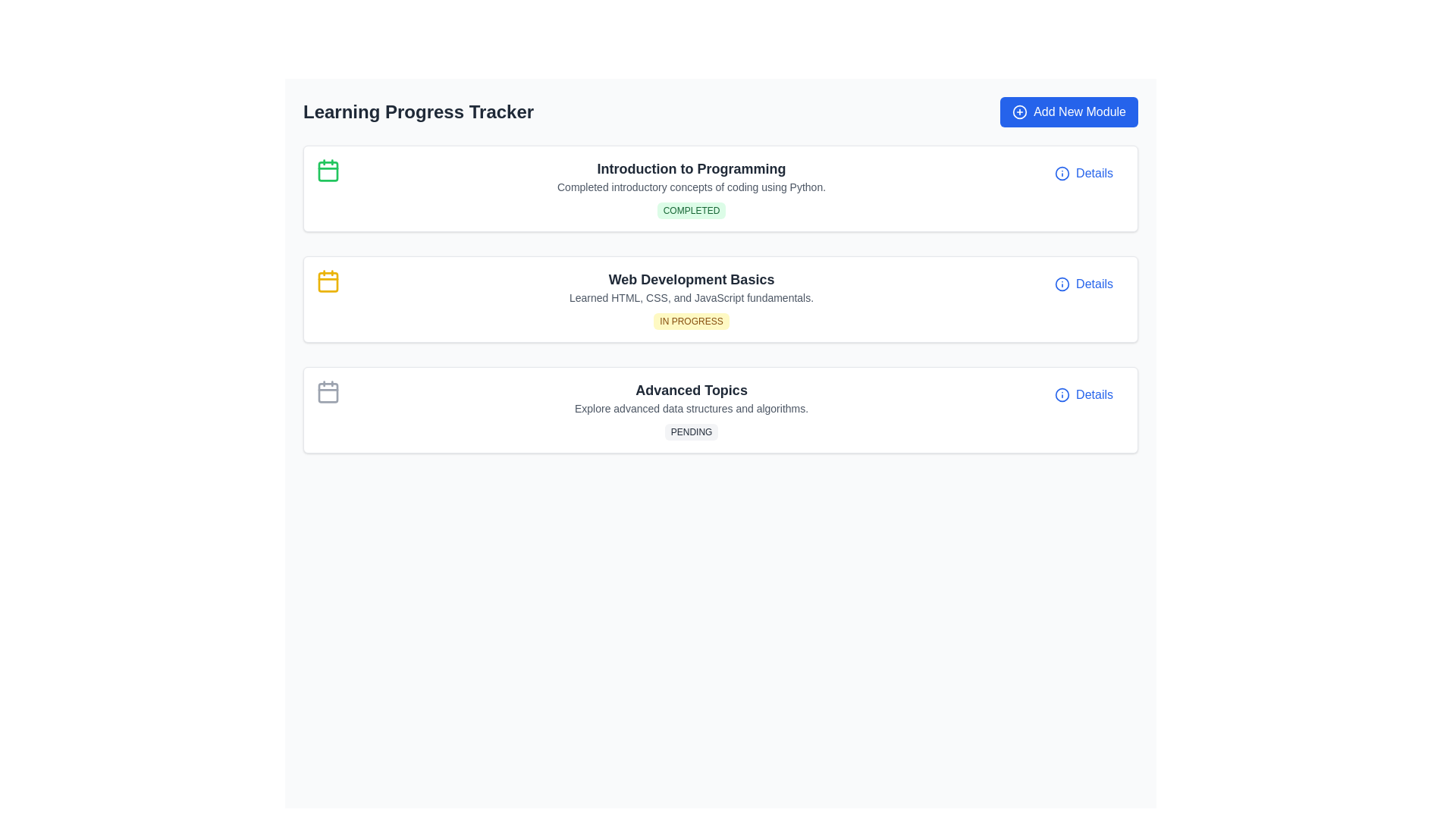 This screenshot has height=819, width=1456. I want to click on the Information Card titled 'Introduction to Programming' which contains a green badge labeled 'COMPLETED'. This card is the topmost in a vertically stacked list on the page, so click(691, 188).